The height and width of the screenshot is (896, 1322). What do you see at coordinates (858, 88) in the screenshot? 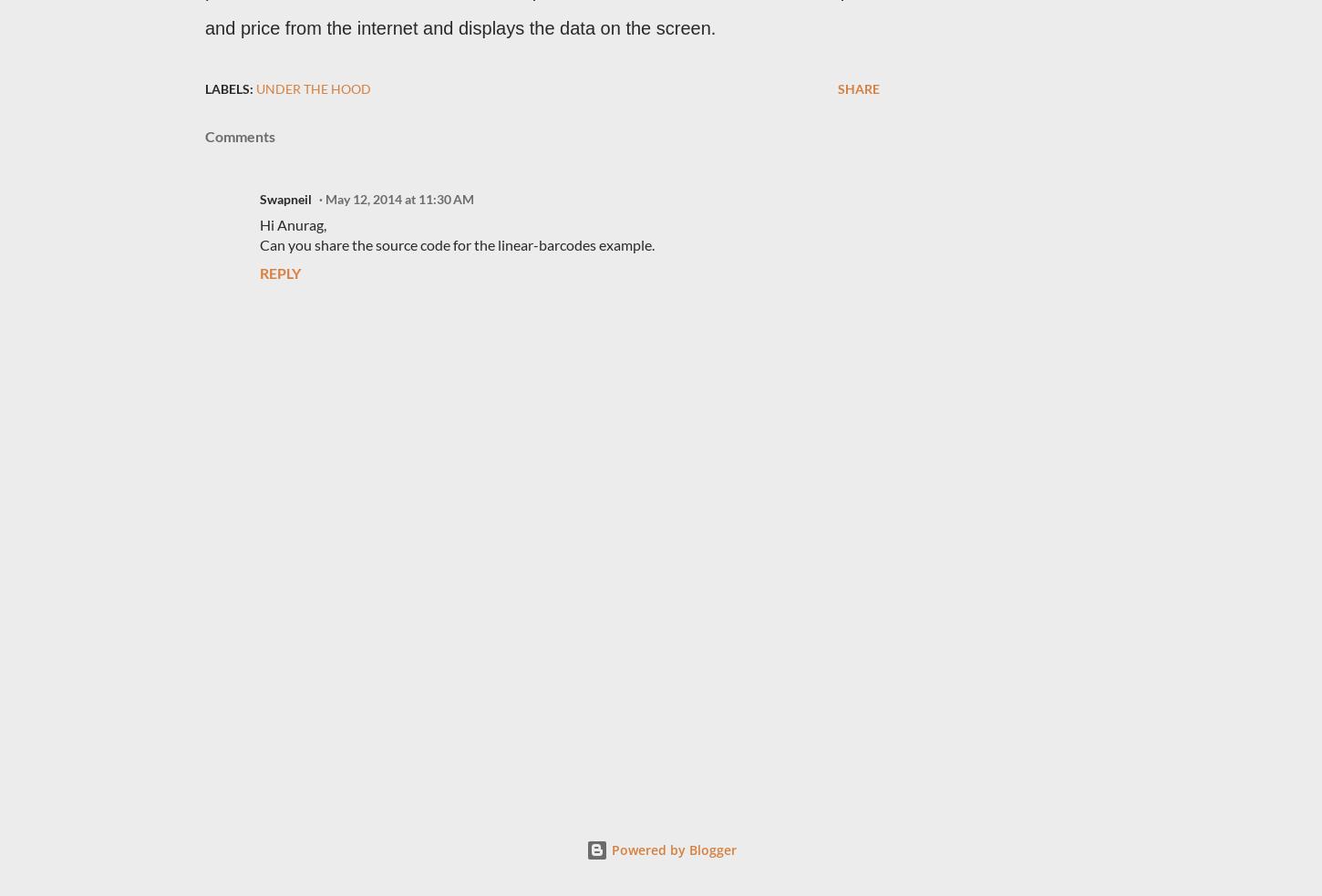
I see `'Share'` at bounding box center [858, 88].